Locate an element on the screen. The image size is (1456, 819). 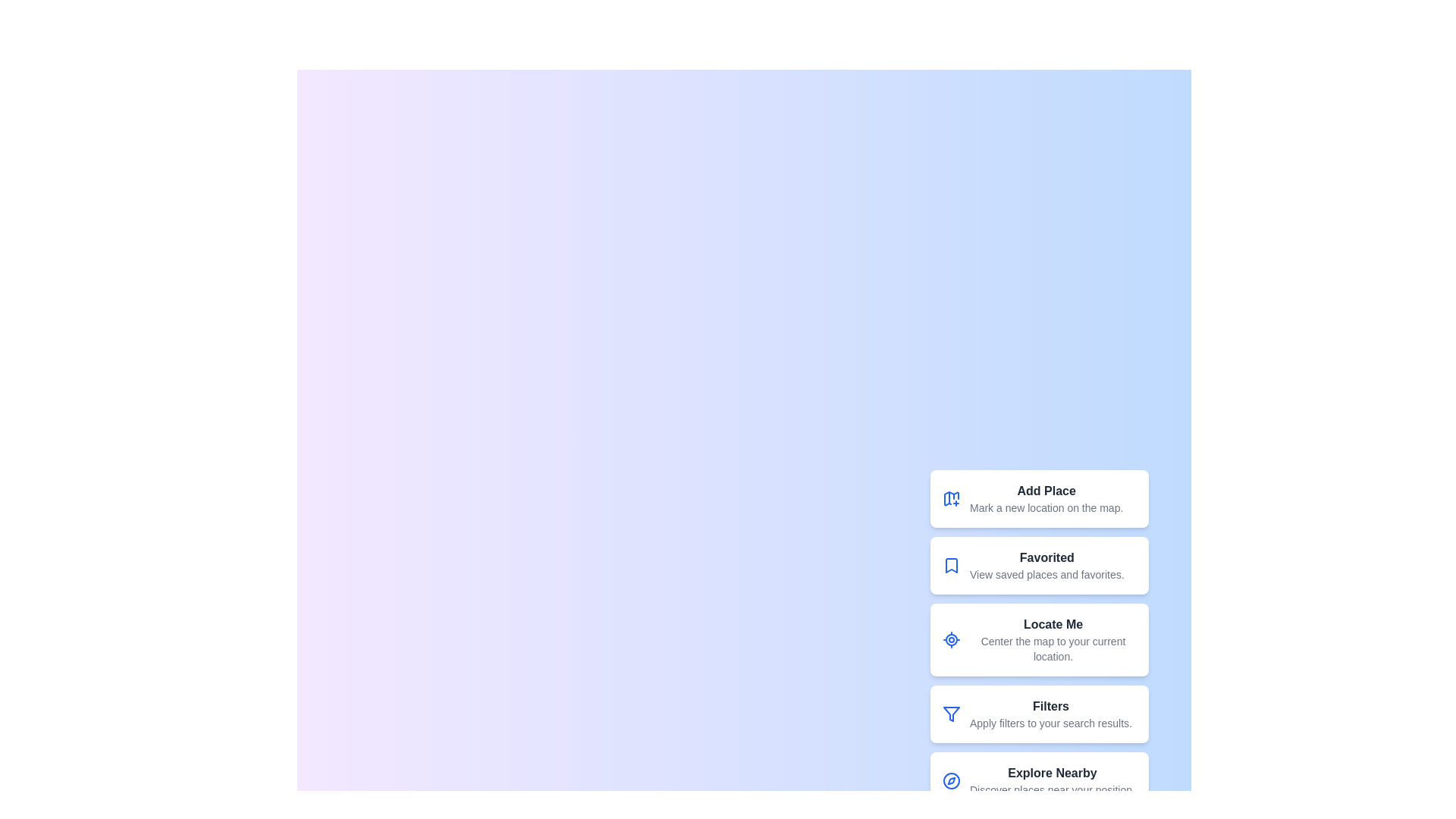
the 'Add Place' button to mark a new location on the map is located at coordinates (1046, 499).